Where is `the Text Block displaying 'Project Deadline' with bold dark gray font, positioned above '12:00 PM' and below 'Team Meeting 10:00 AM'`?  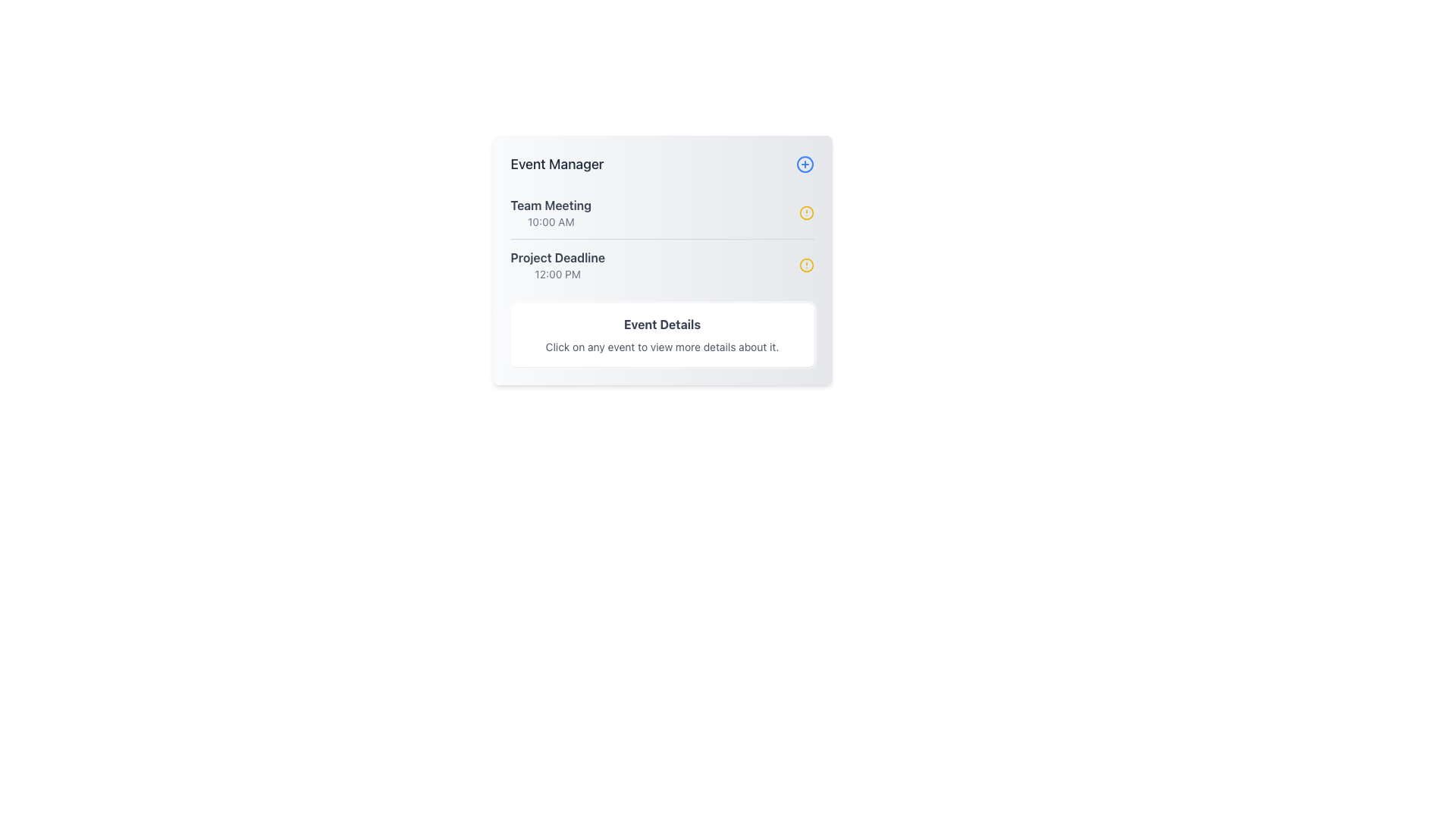 the Text Block displaying 'Project Deadline' with bold dark gray font, positioned above '12:00 PM' and below 'Team Meeting 10:00 AM' is located at coordinates (557, 265).